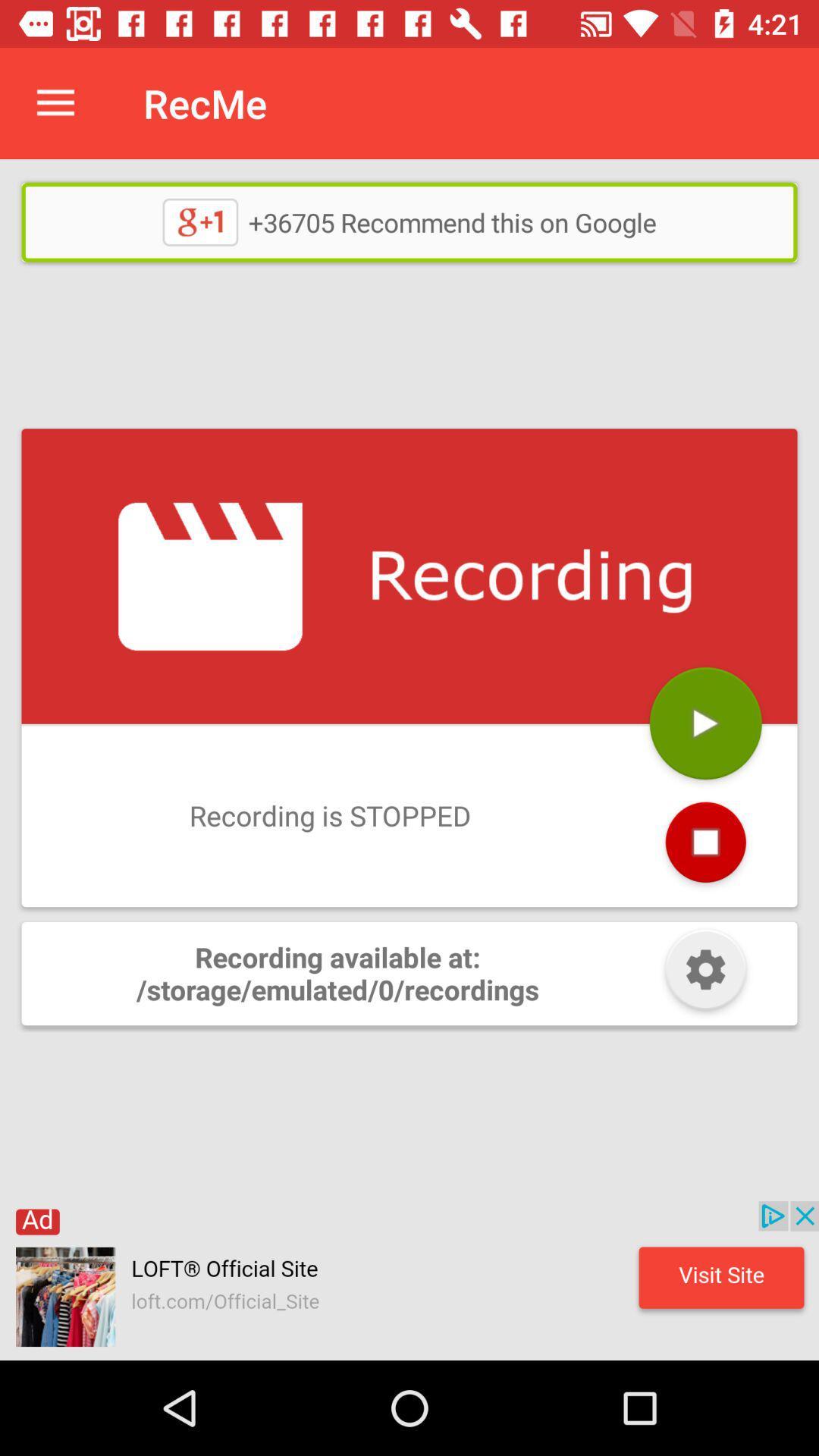 This screenshot has width=819, height=1456. What do you see at coordinates (409, 1280) in the screenshot?
I see `adsense link` at bounding box center [409, 1280].